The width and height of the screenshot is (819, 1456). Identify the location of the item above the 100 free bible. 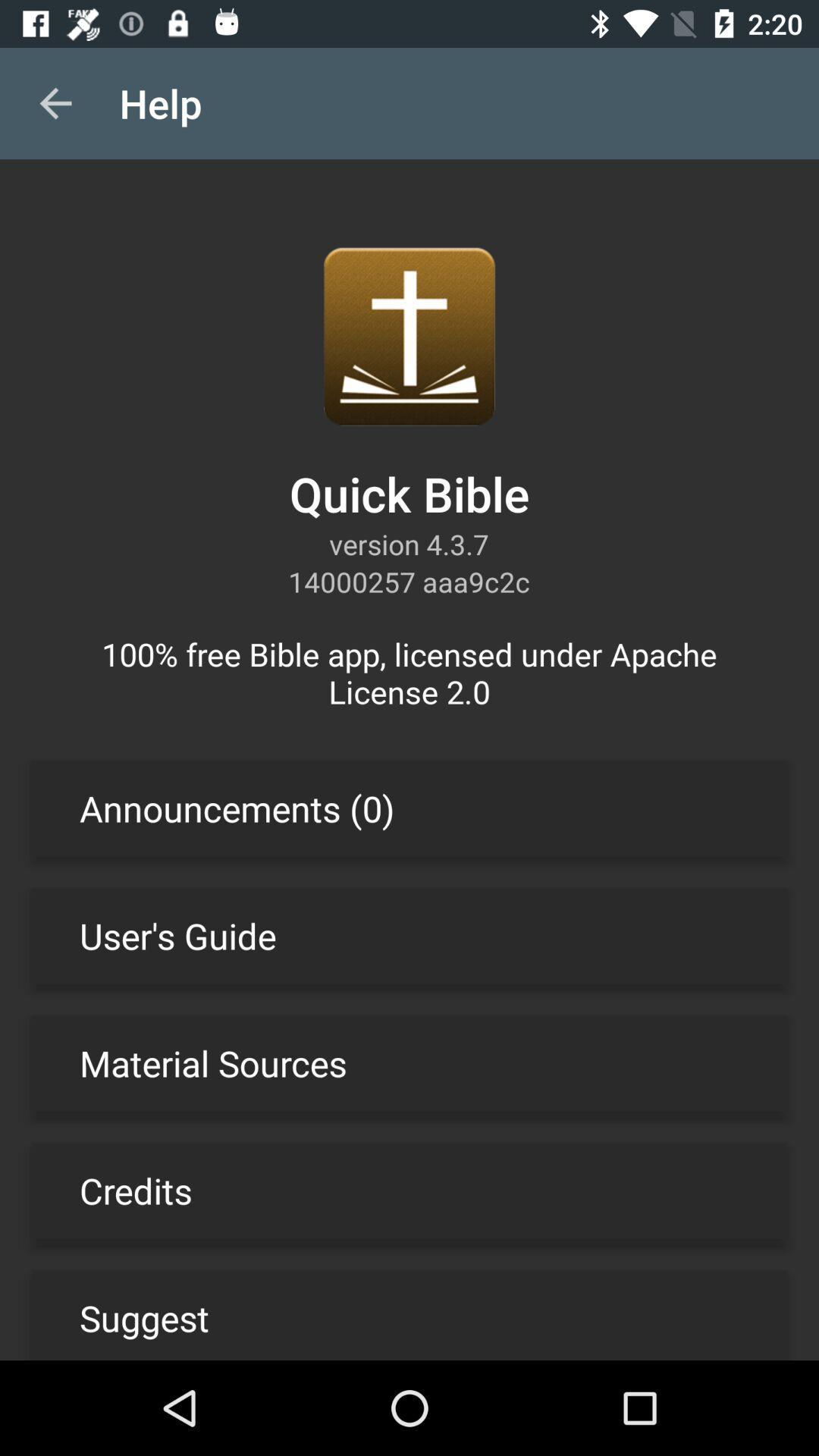
(55, 102).